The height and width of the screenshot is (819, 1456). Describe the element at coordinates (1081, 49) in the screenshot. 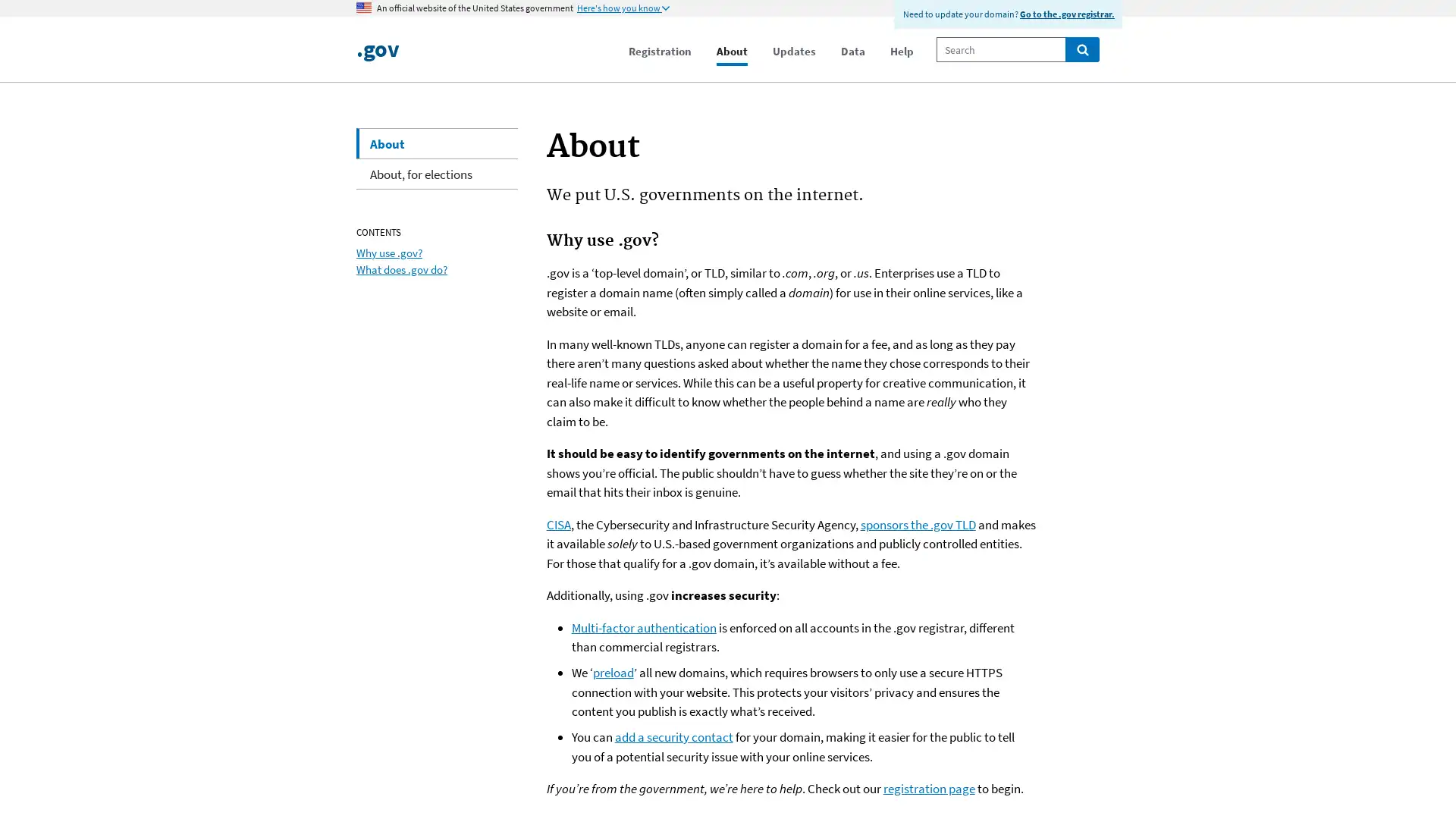

I see `Search` at that location.